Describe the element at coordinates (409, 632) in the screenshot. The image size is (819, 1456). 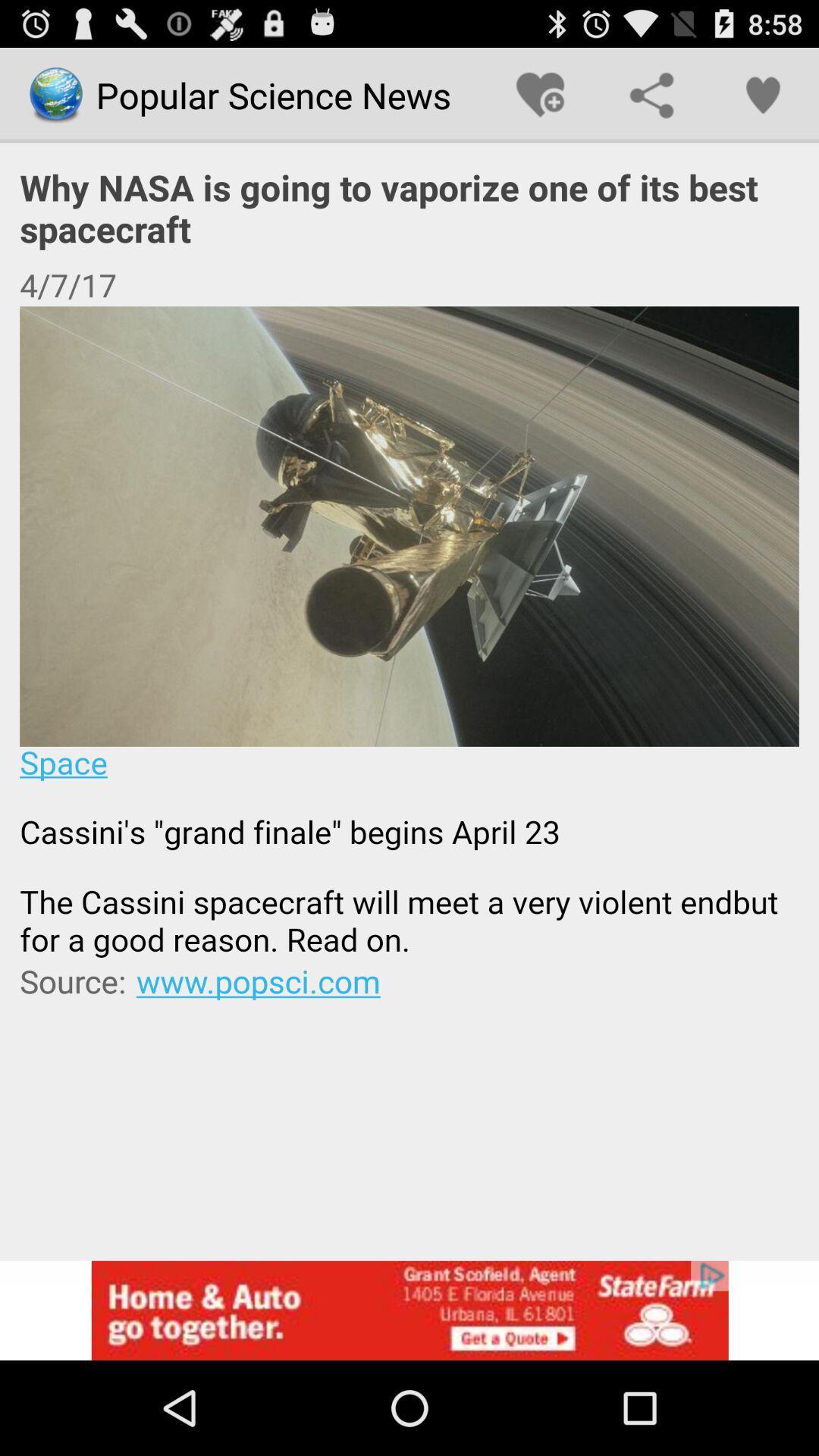
I see `image` at that location.